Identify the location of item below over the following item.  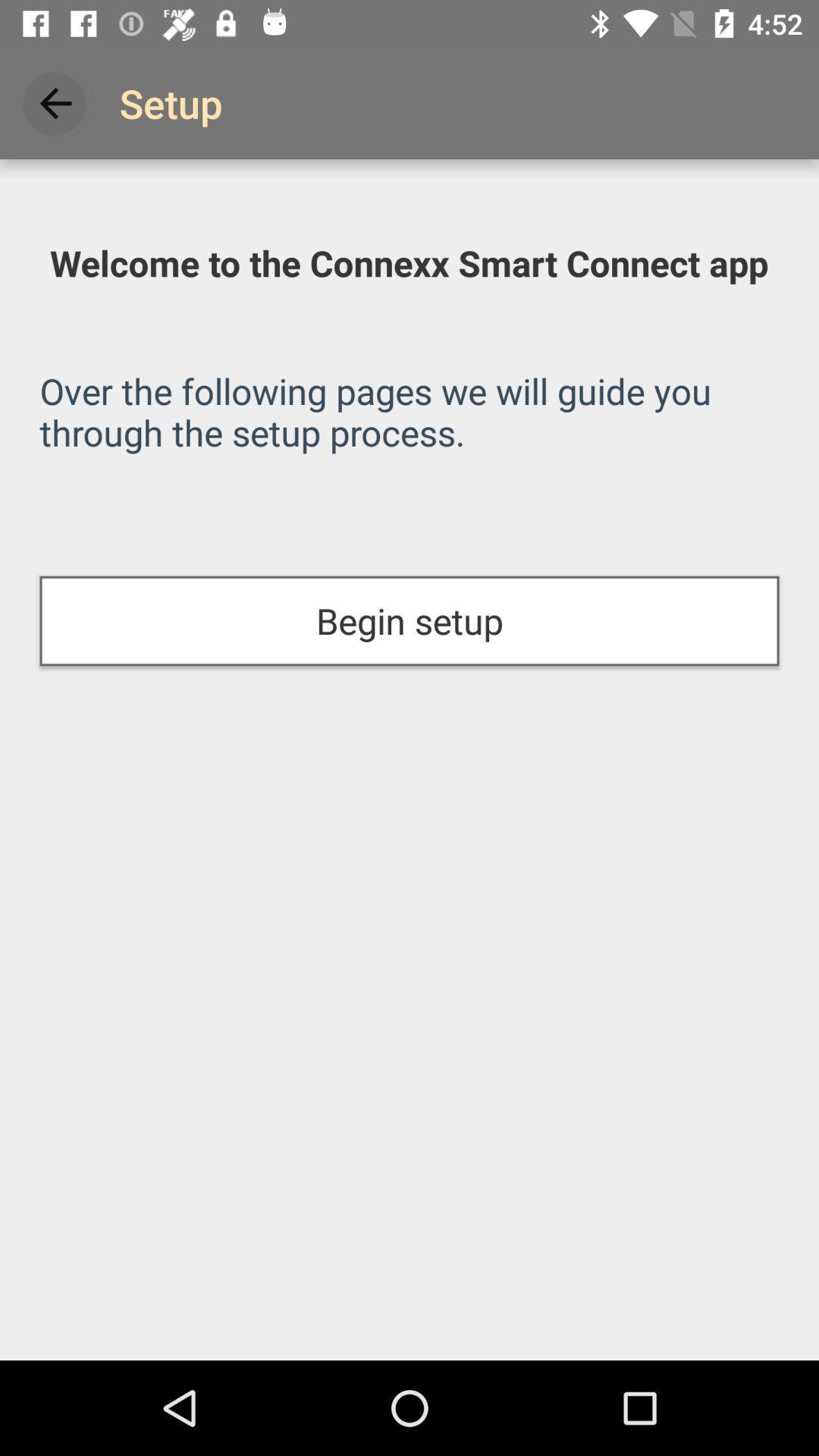
(409, 621).